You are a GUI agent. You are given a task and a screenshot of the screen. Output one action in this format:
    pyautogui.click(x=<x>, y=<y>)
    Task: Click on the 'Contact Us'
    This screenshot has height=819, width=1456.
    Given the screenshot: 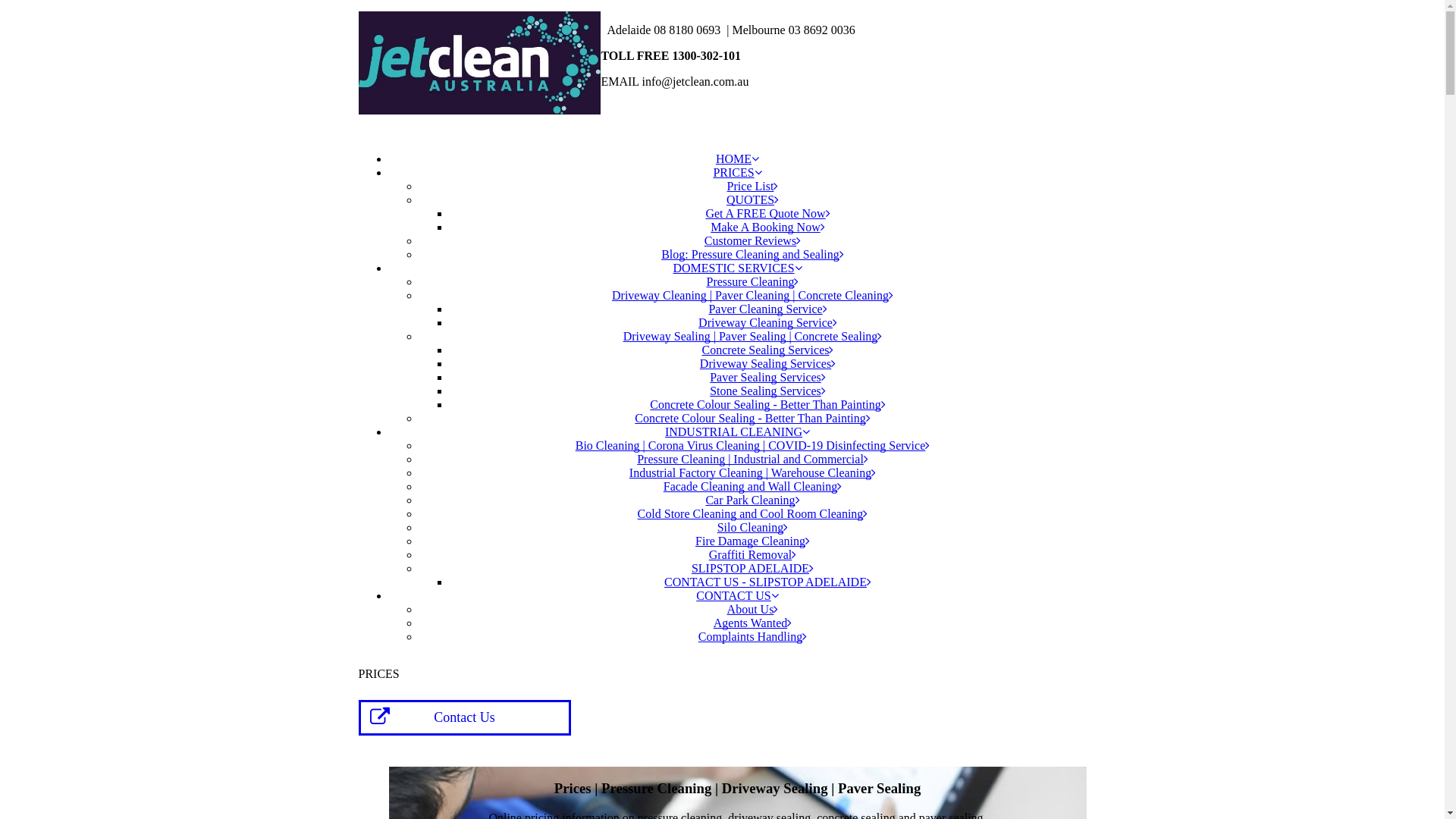 What is the action you would take?
    pyautogui.click(x=463, y=717)
    